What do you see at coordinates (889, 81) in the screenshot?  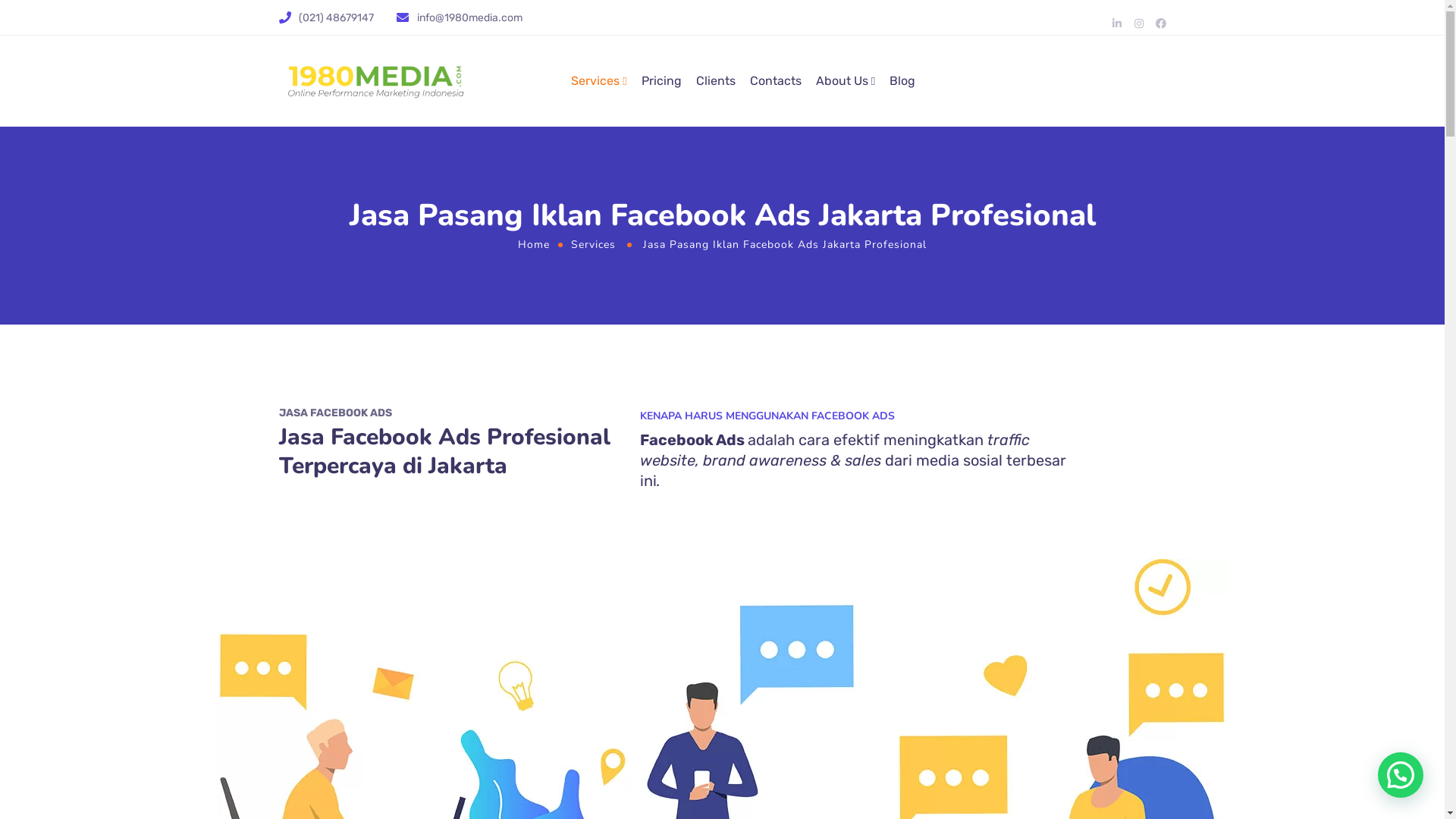 I see `'Blog'` at bounding box center [889, 81].